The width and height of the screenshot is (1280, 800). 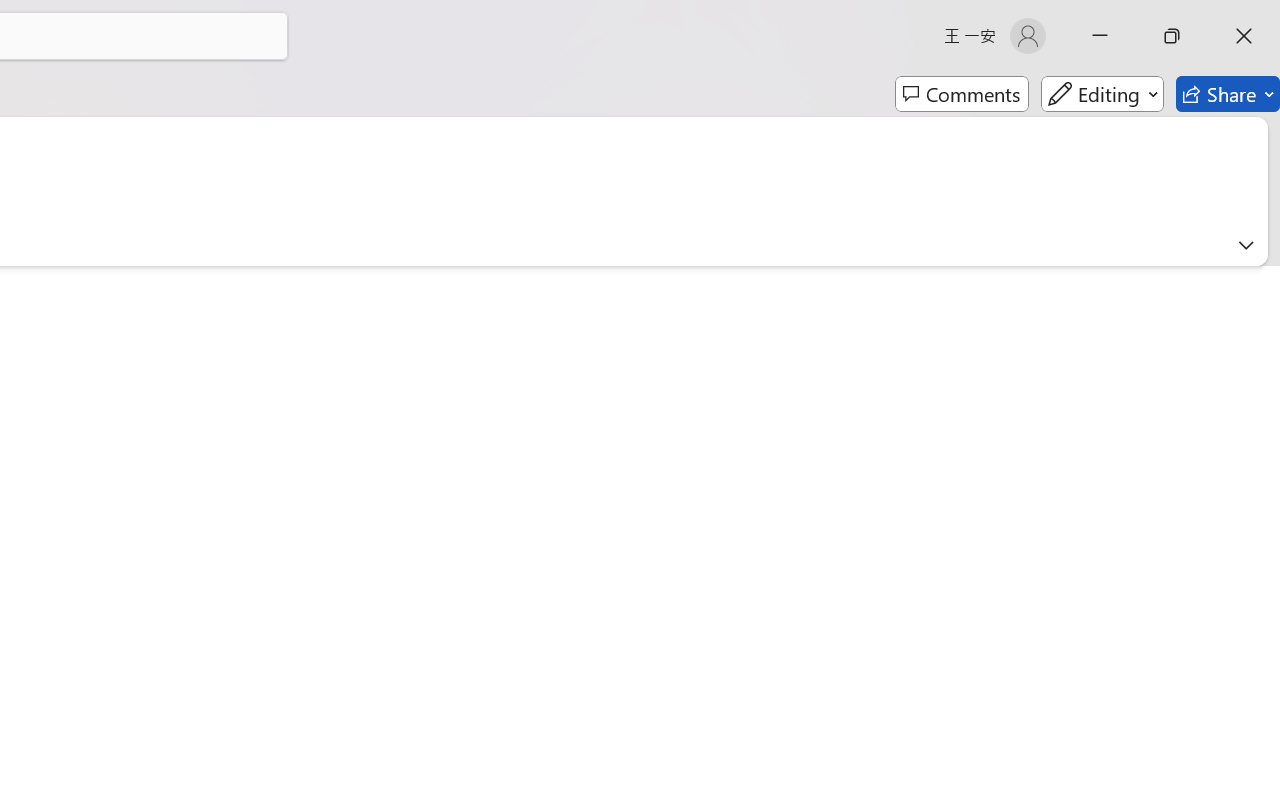 I want to click on 'Comments', so click(x=961, y=94).